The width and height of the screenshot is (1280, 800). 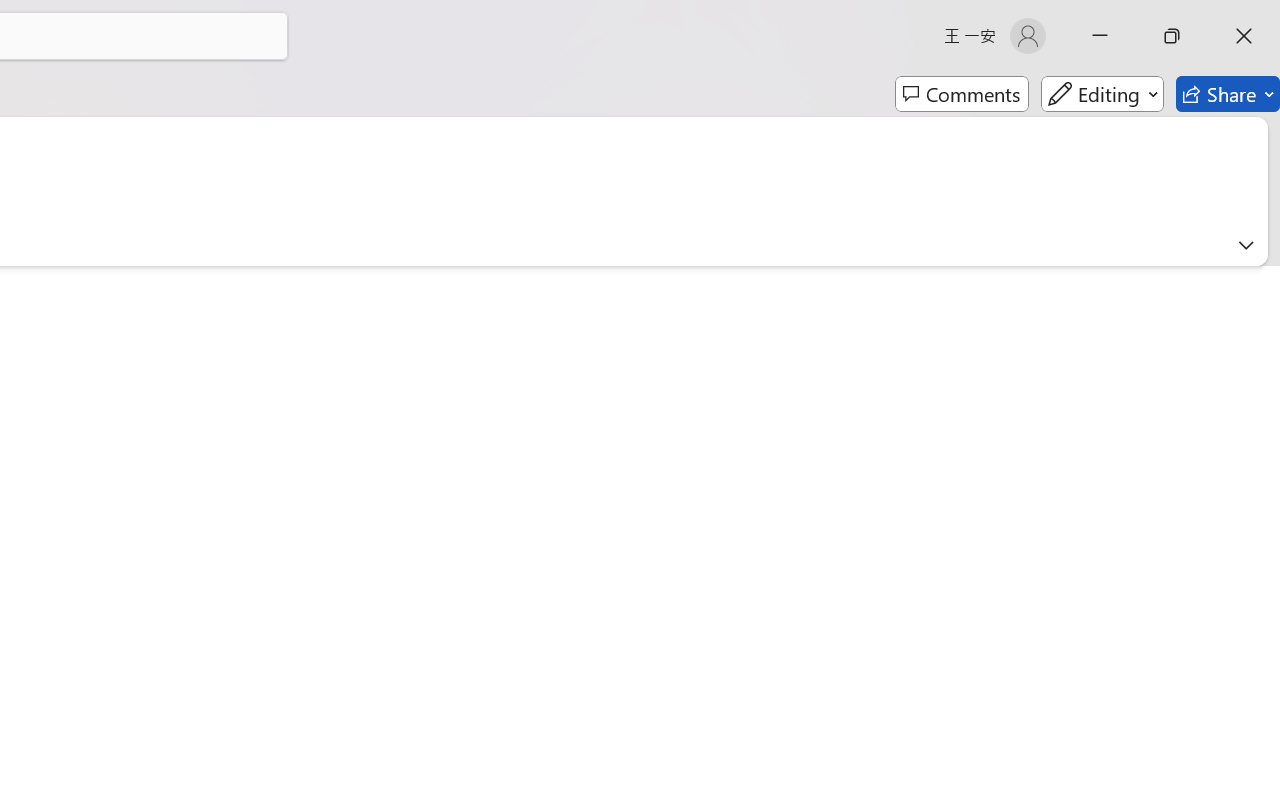 I want to click on 'Comments', so click(x=961, y=94).